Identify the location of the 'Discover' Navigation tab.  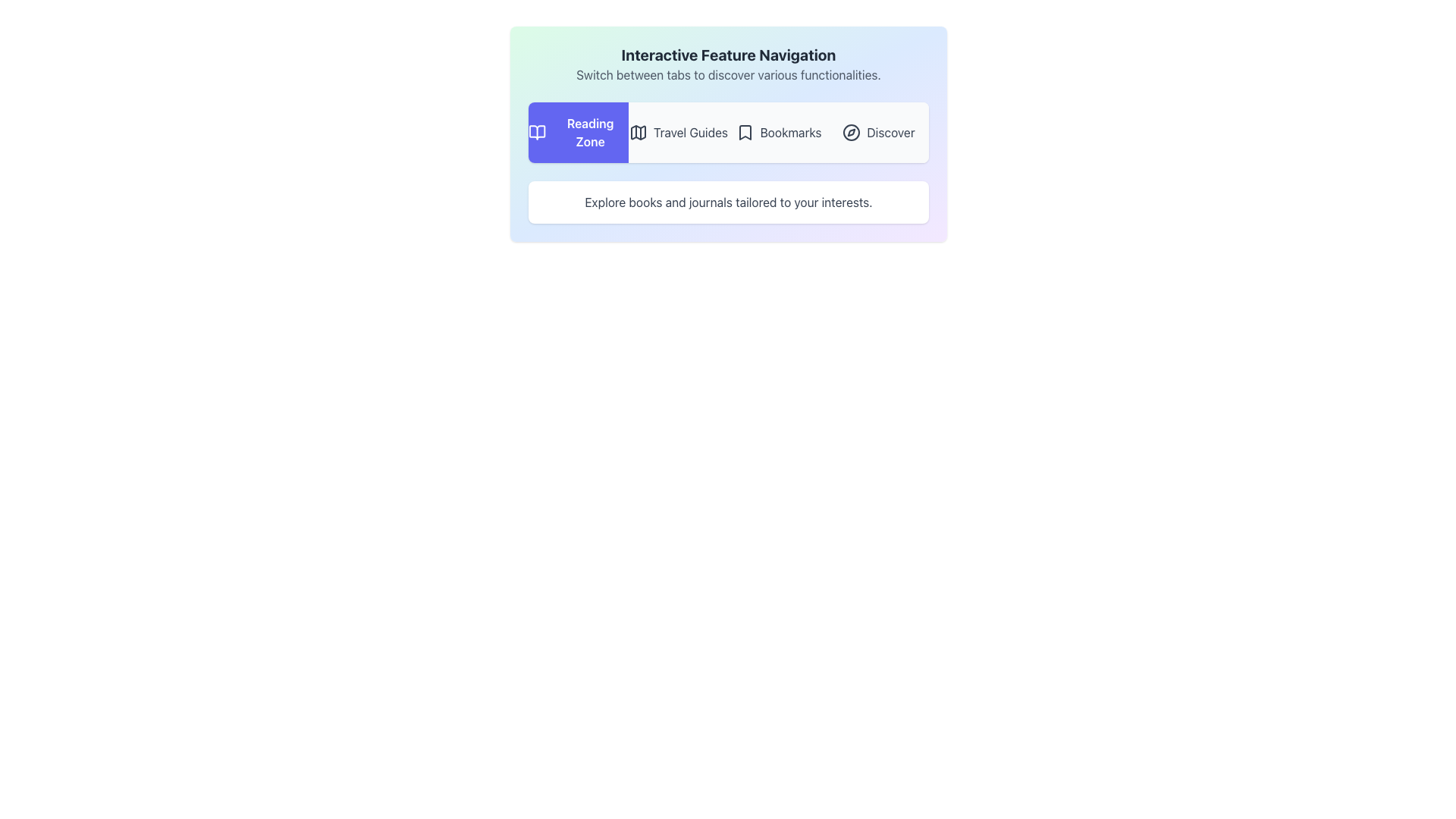
(878, 131).